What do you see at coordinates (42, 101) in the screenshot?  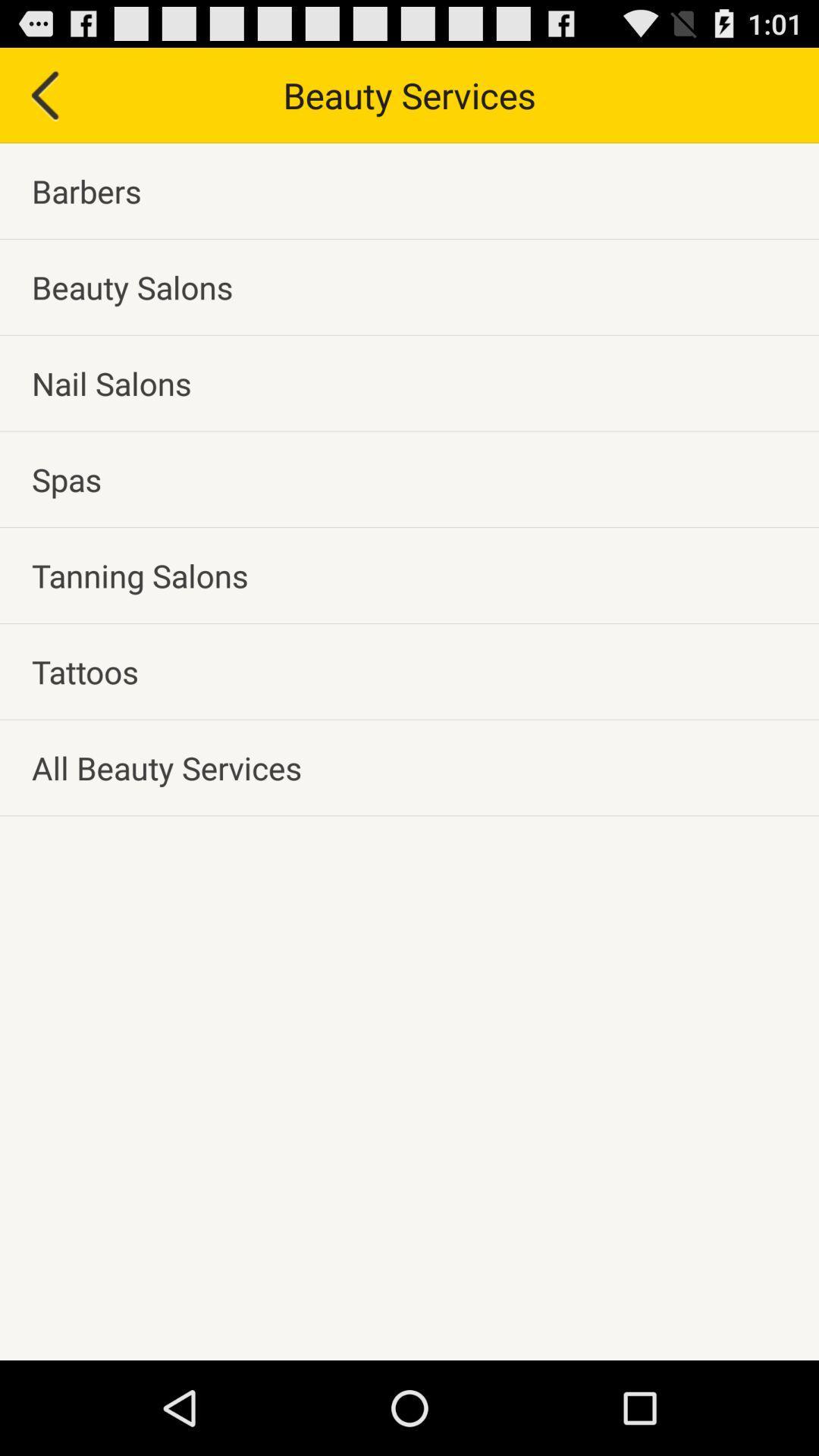 I see `the arrow_backward icon` at bounding box center [42, 101].